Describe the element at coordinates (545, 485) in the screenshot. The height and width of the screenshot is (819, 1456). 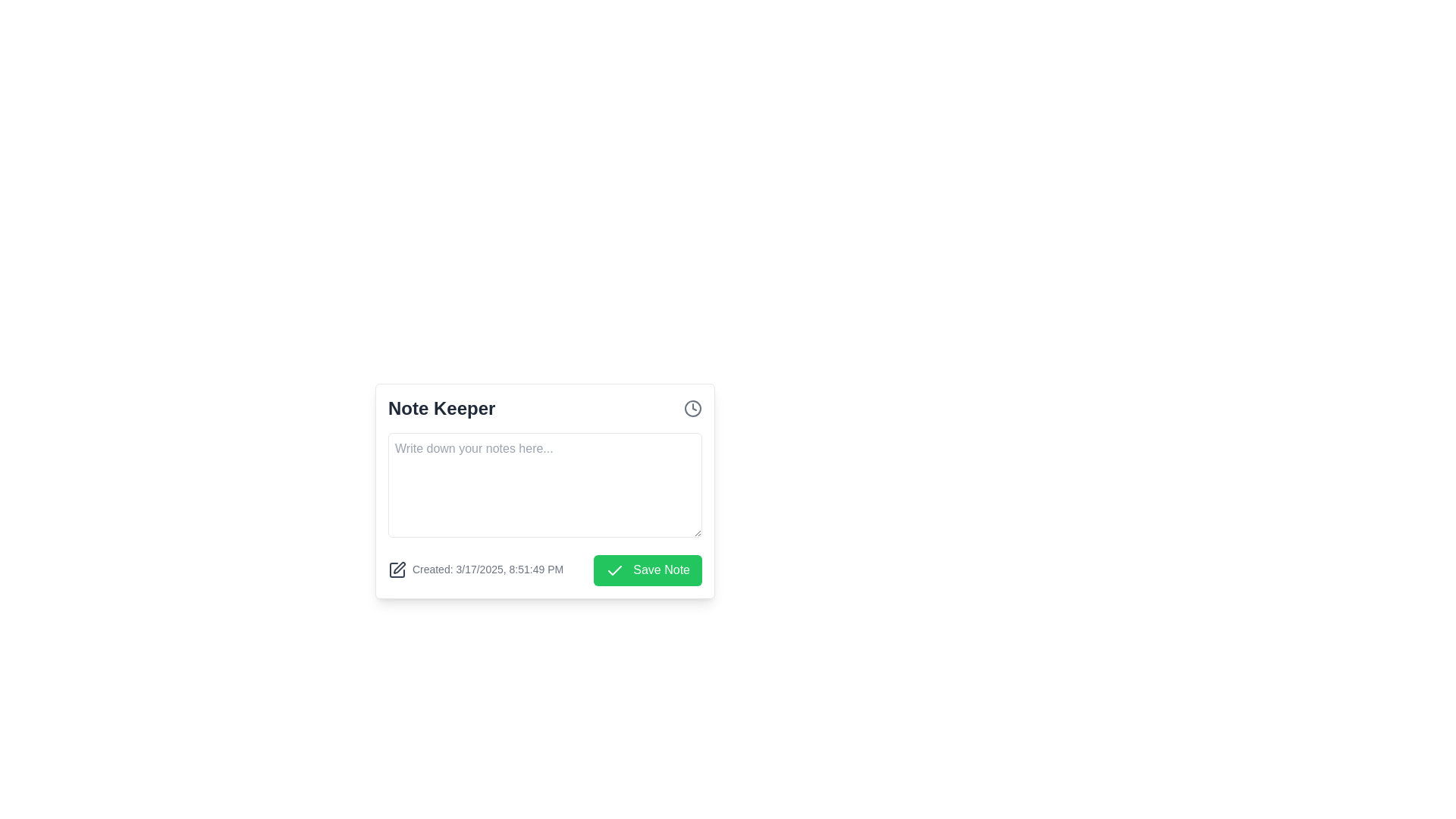
I see `to select text in the rectangular text input field located below the title 'Note Keeper' with placeholder text 'Write down your notes here...'` at that location.